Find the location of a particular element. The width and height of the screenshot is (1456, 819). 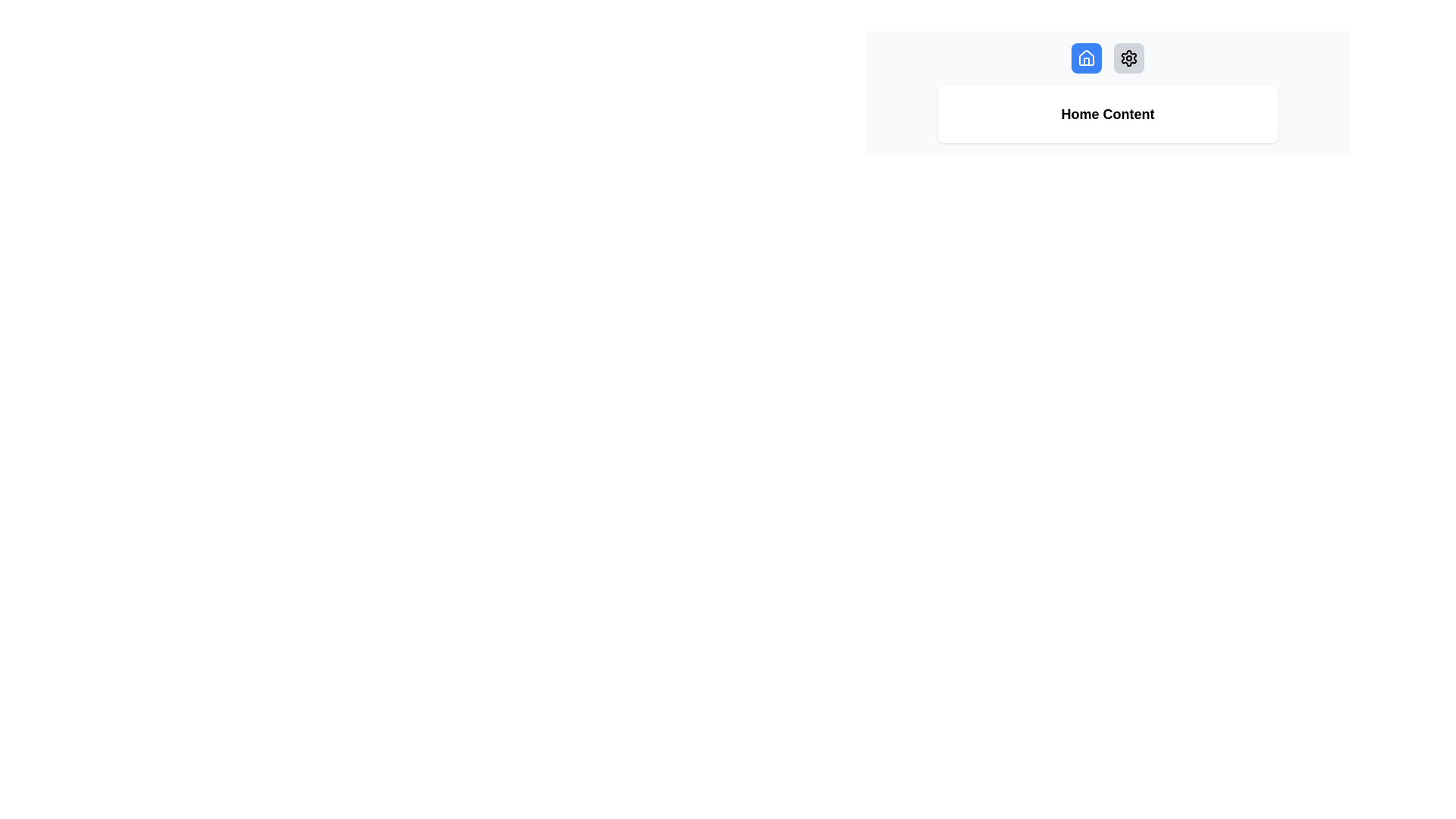

the settings icon located as the second icon from the left in the top navigation bar is located at coordinates (1128, 58).